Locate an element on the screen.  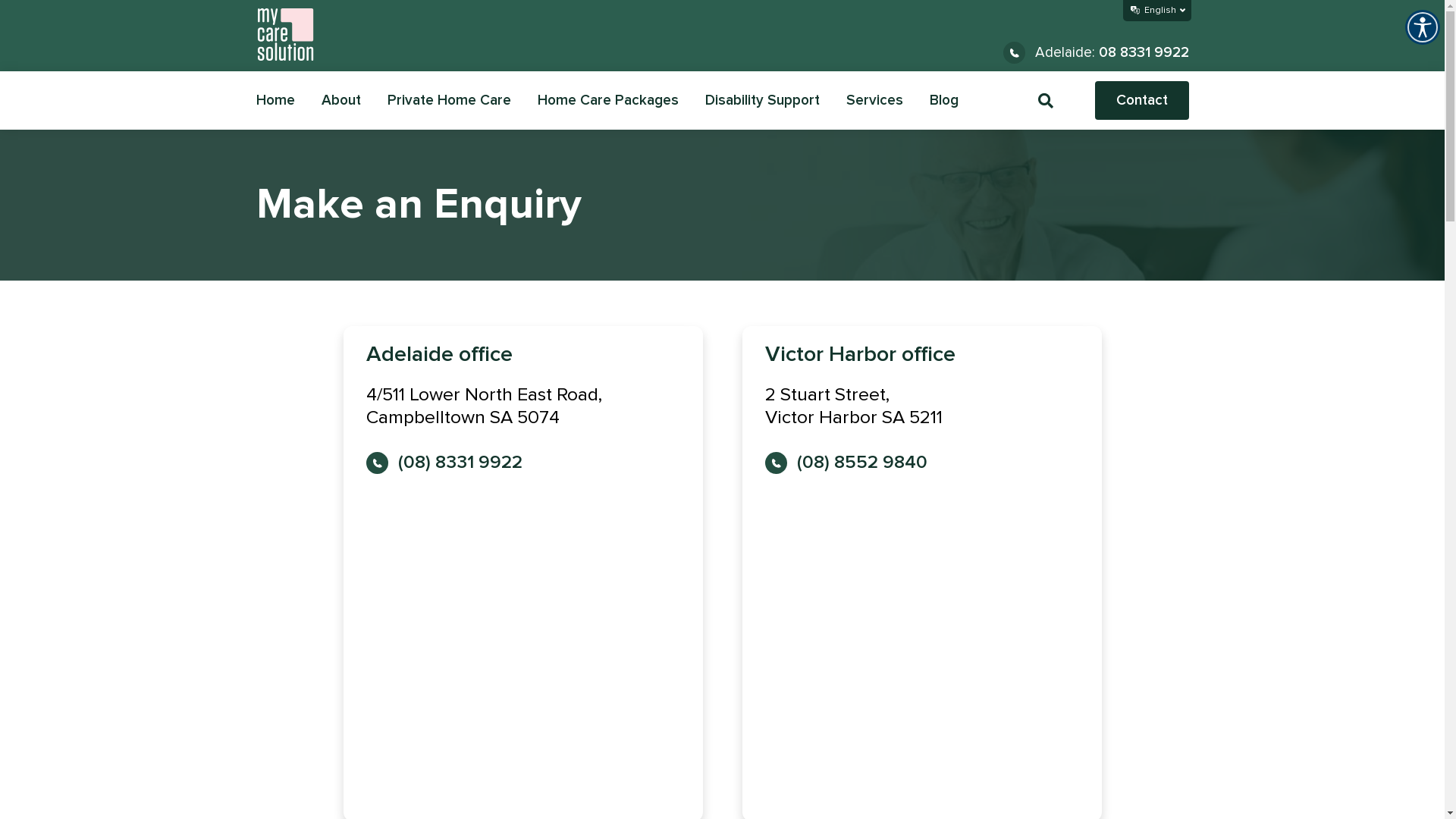
'Home Care Packages' is located at coordinates (607, 100).